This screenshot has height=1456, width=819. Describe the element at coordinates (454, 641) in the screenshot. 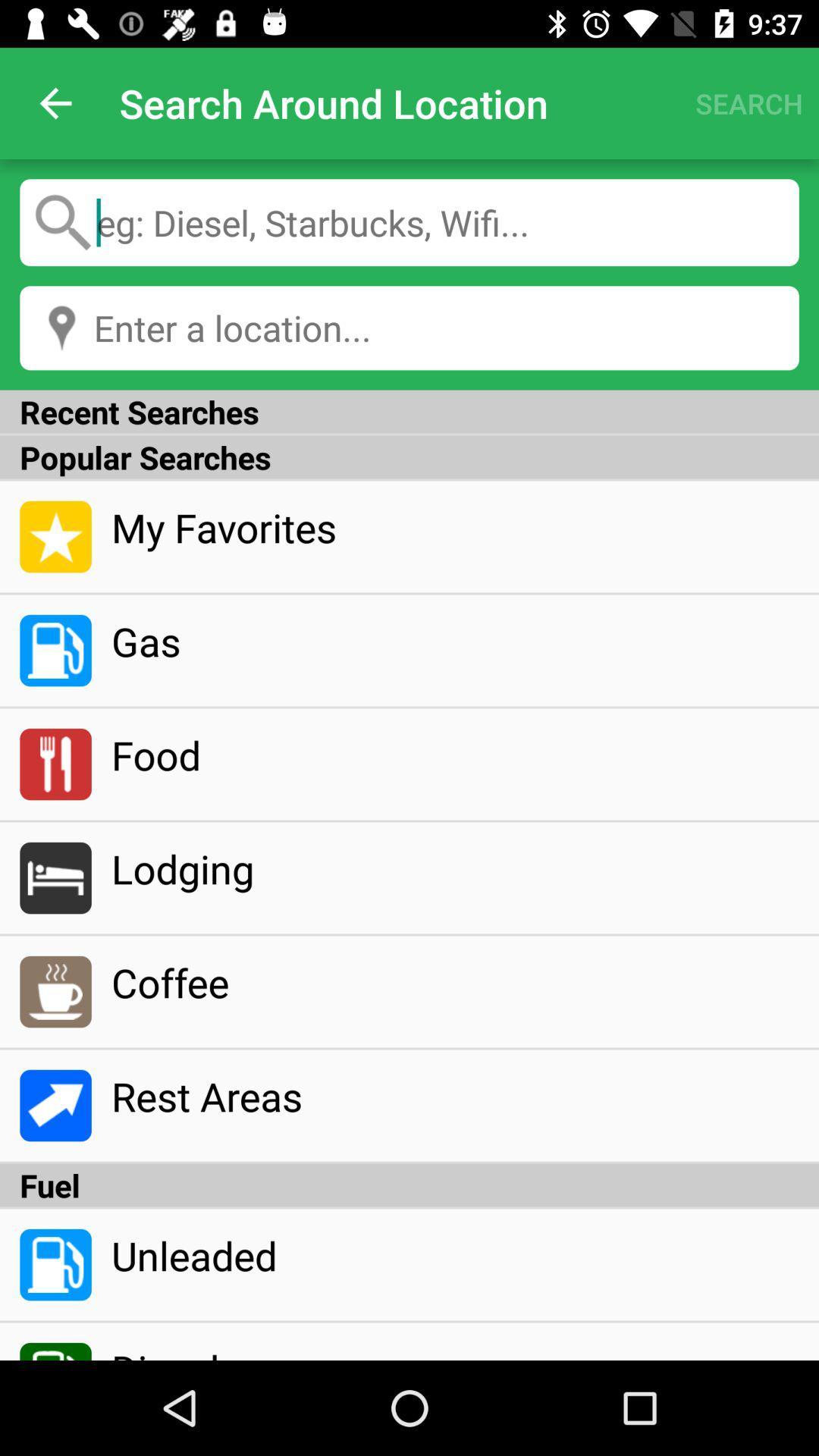

I see `icon above the food icon` at that location.